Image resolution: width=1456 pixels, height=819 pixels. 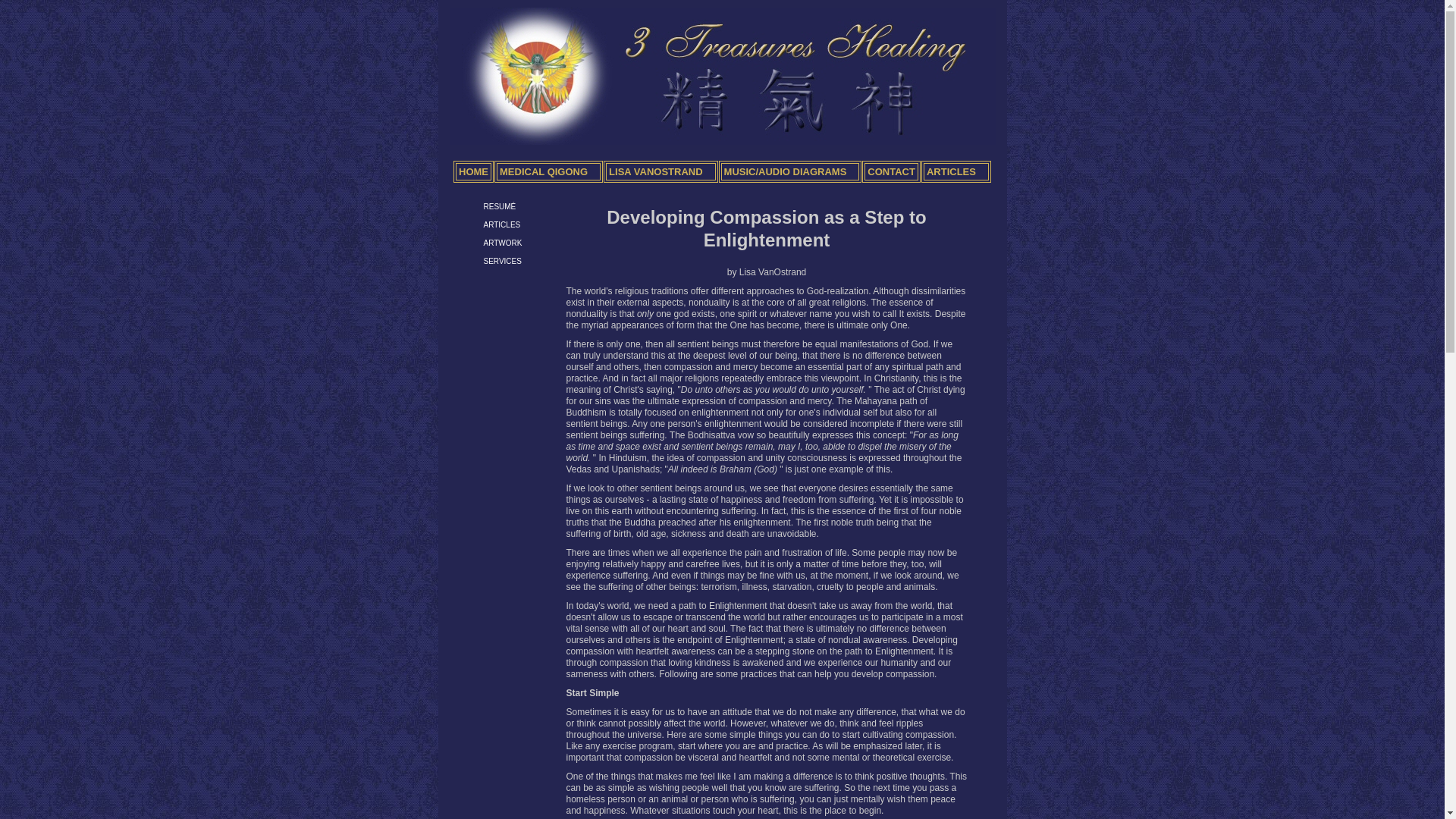 What do you see at coordinates (661, 171) in the screenshot?
I see `'LISA VANOSTRAND'` at bounding box center [661, 171].